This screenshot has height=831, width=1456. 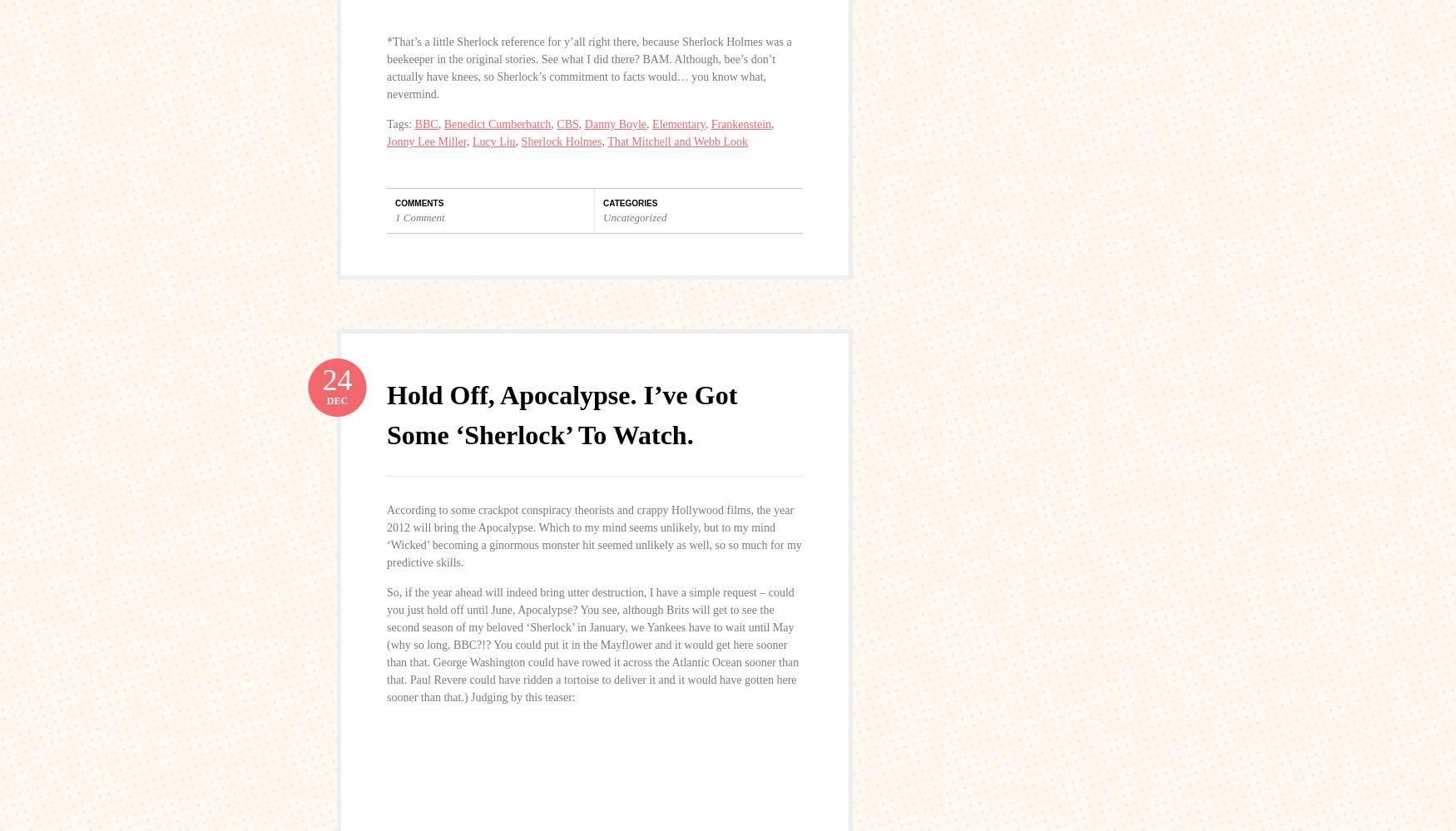 I want to click on 'Benedict Cumberbatch', so click(x=497, y=124).